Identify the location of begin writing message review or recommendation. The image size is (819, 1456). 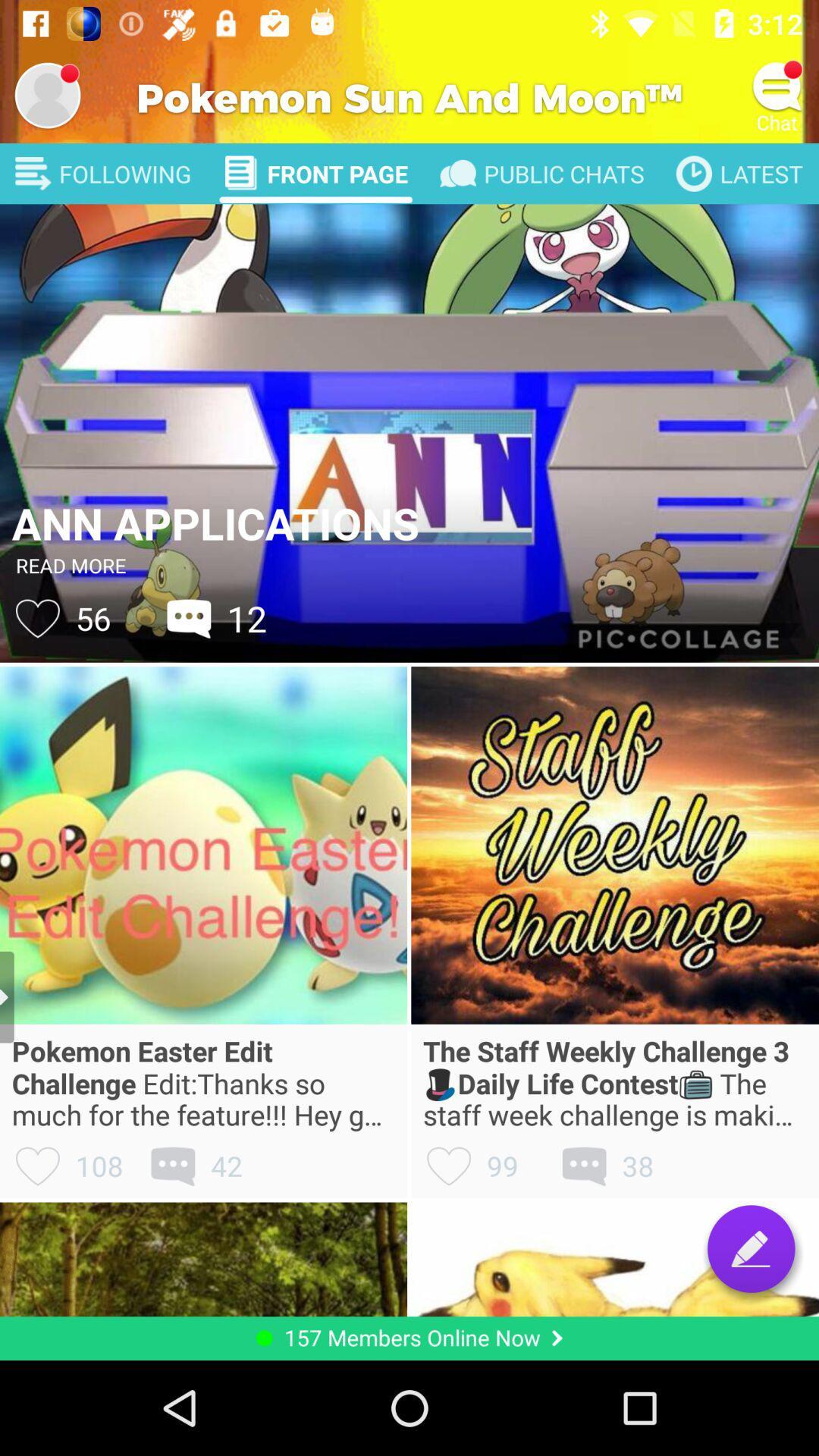
(751, 1248).